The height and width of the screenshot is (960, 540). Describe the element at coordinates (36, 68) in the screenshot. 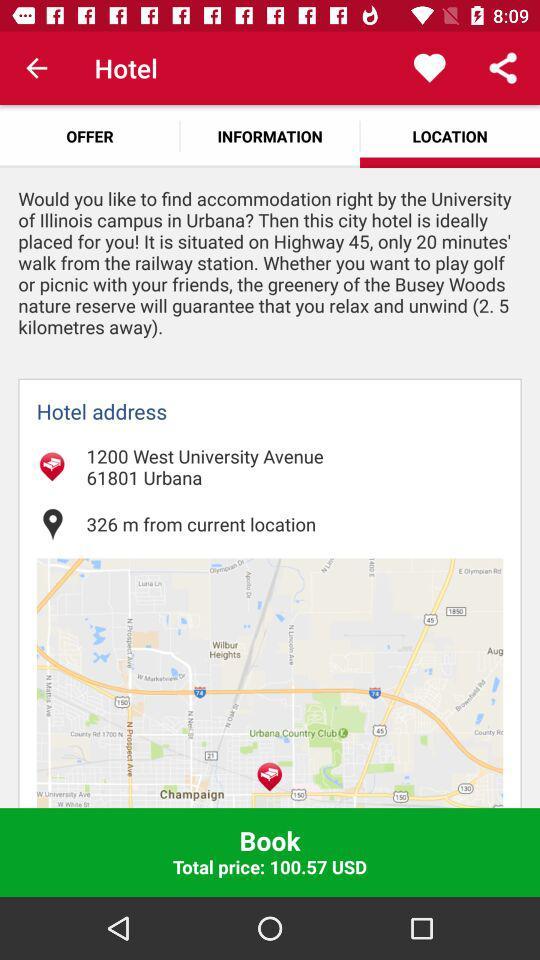

I see `the icon above offer app` at that location.